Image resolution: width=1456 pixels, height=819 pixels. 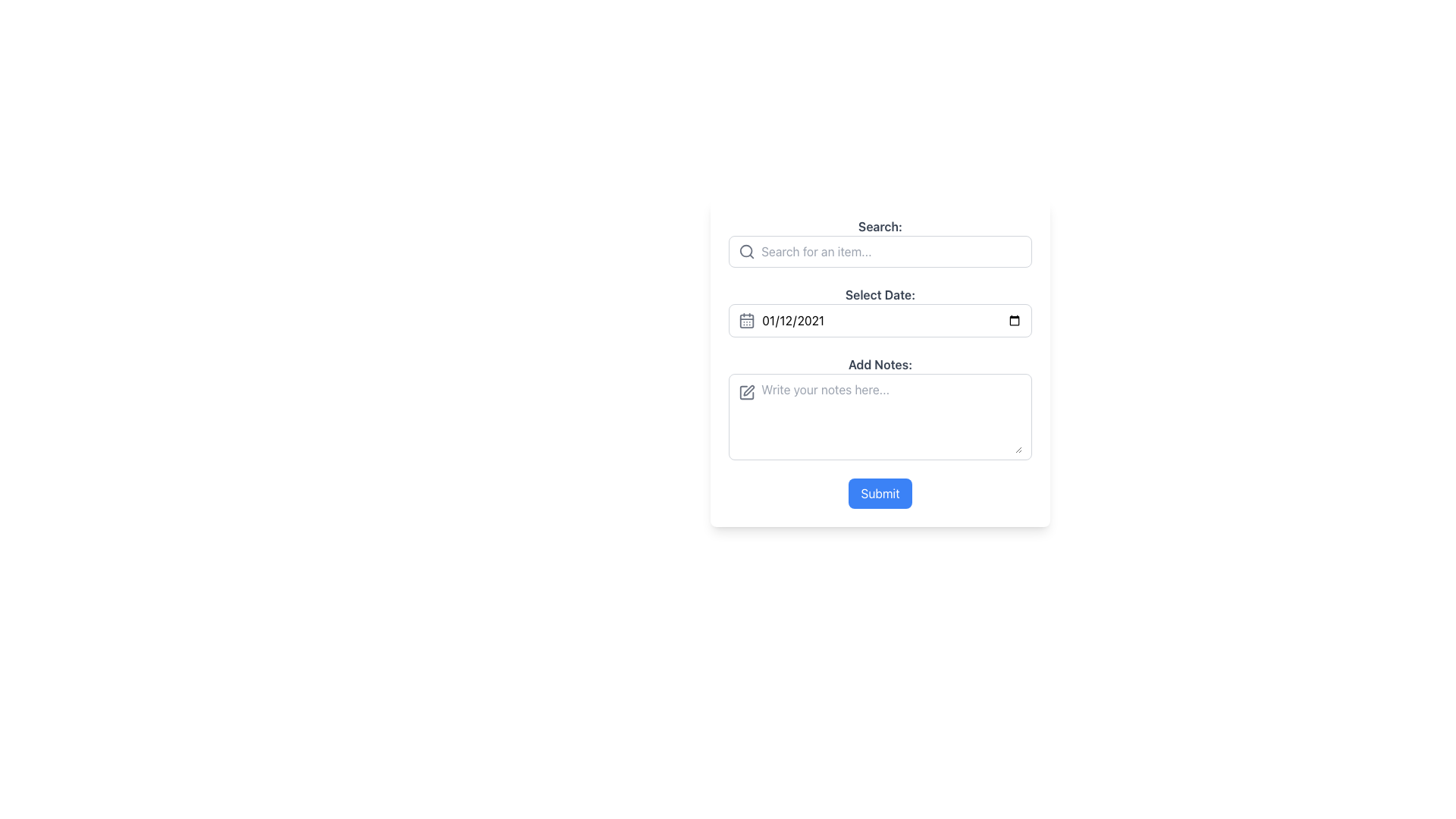 I want to click on the gray calendar icon with a minimalist line design located within the 'Select Date' field, so click(x=746, y=320).